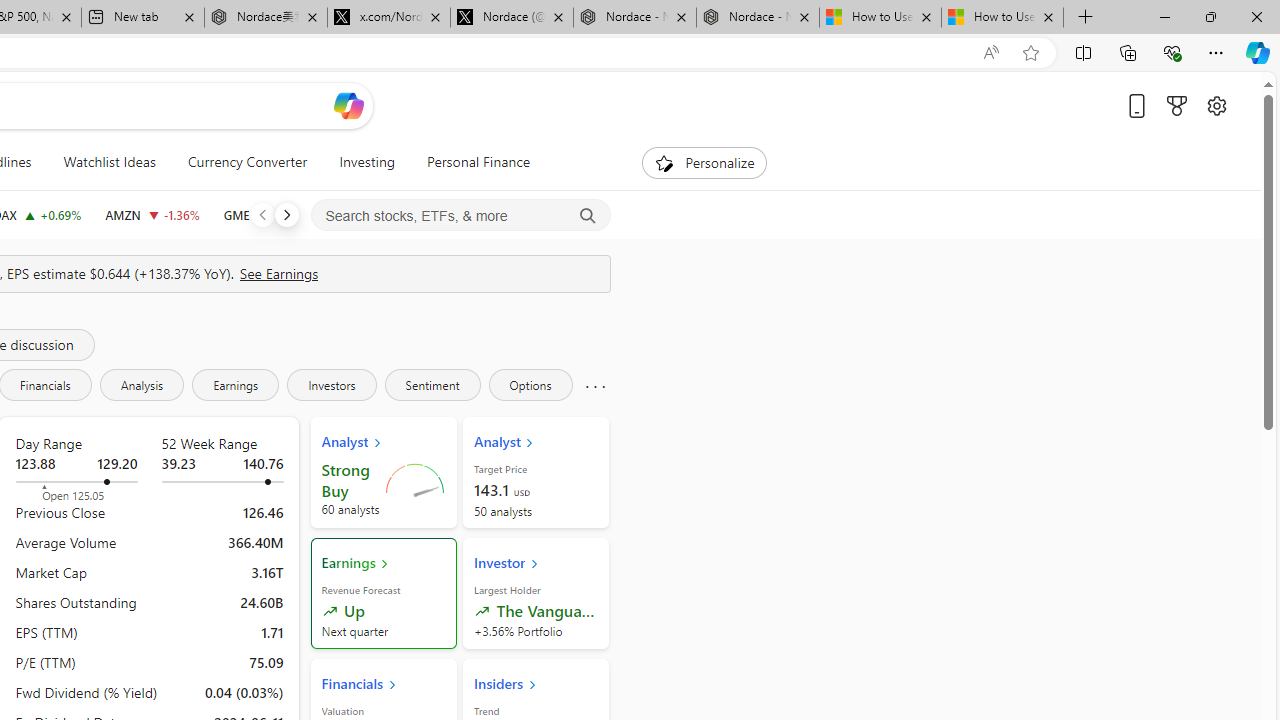 The image size is (1280, 720). What do you see at coordinates (285, 214) in the screenshot?
I see `'Next'` at bounding box center [285, 214].